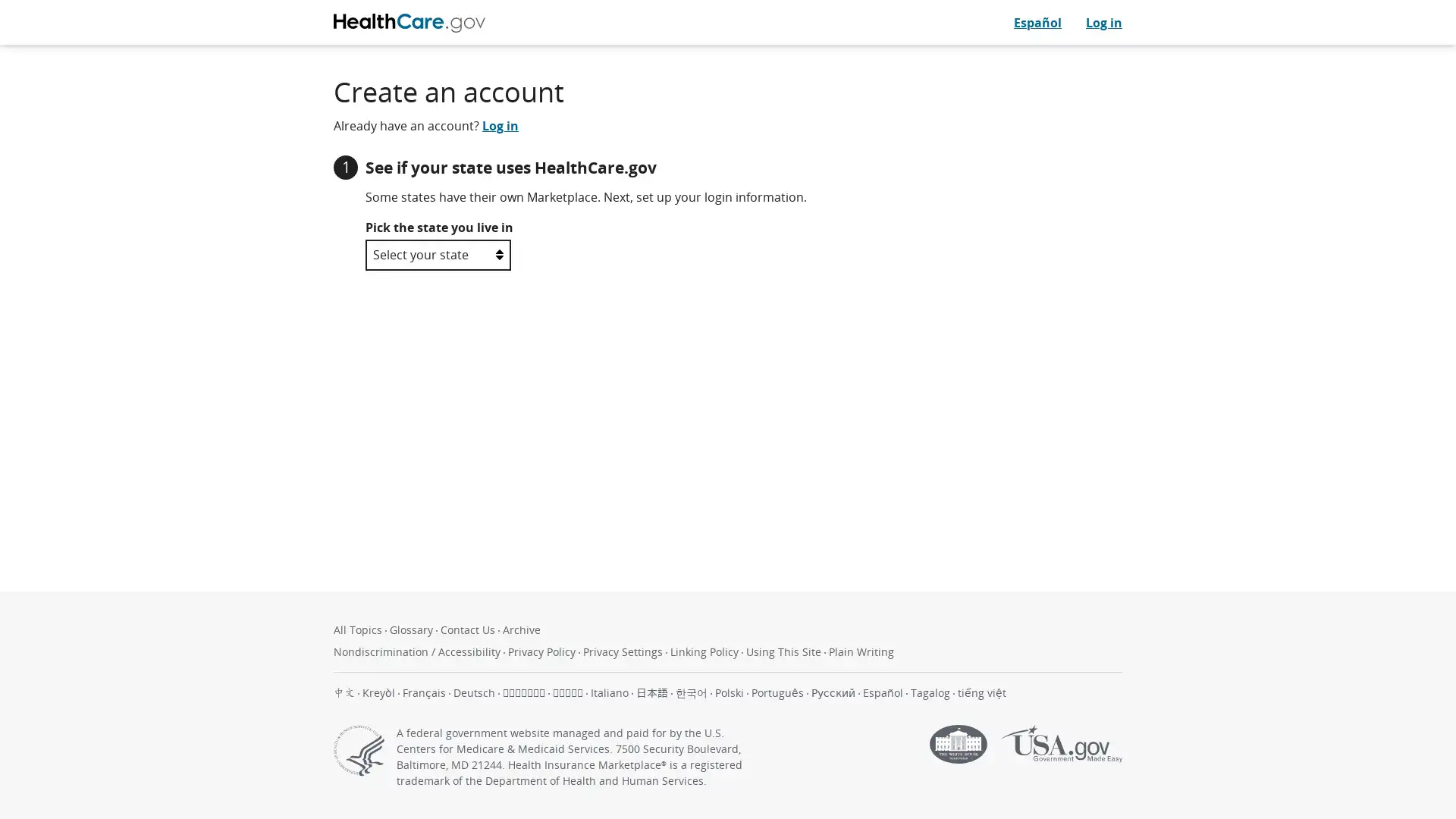 The height and width of the screenshot is (819, 1456). Describe the element at coordinates (624, 651) in the screenshot. I see `Privacy Settings` at that location.